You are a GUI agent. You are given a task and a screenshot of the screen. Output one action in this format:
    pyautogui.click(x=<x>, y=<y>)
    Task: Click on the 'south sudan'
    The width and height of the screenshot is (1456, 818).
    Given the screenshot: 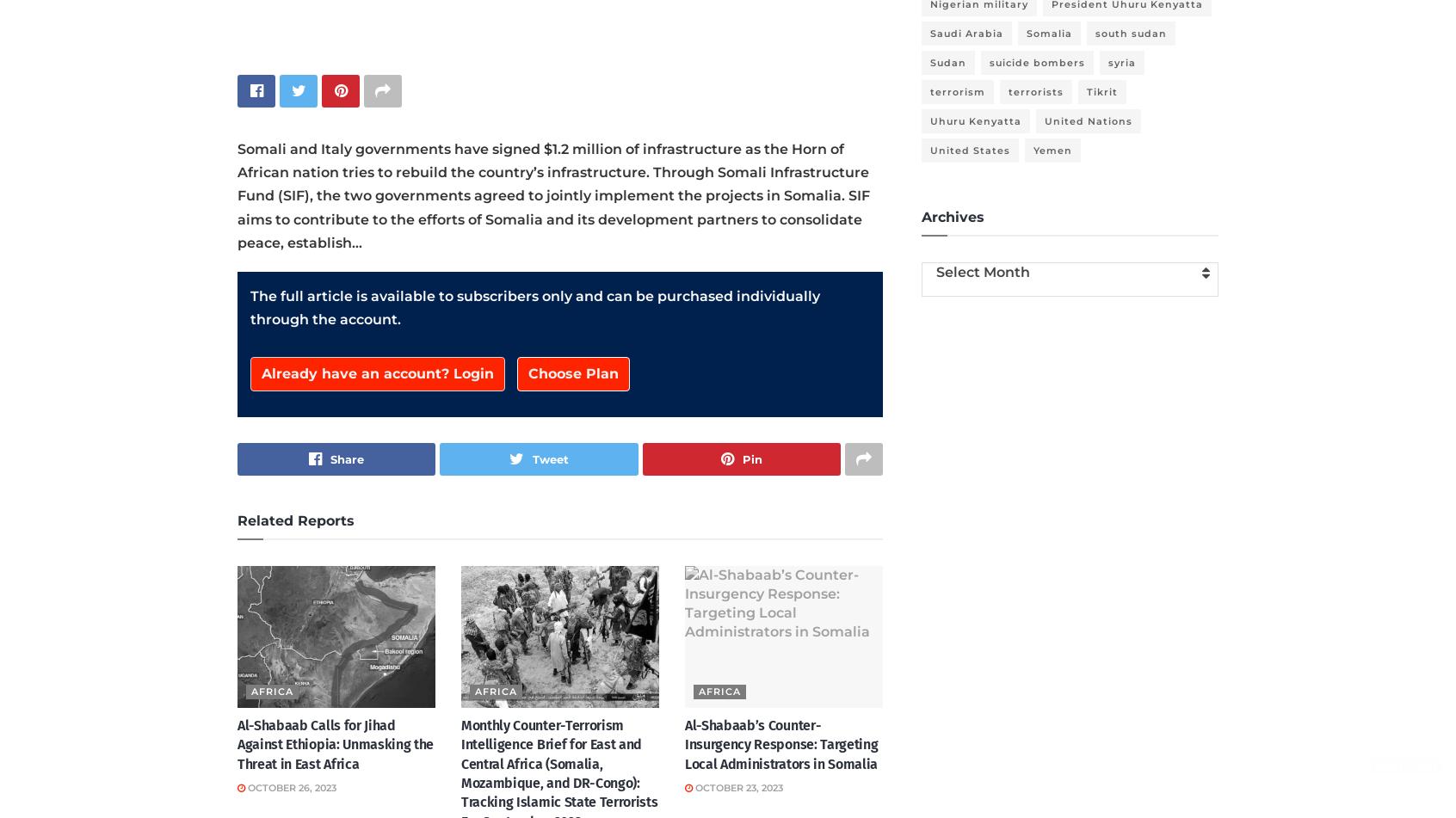 What is the action you would take?
    pyautogui.click(x=1130, y=33)
    